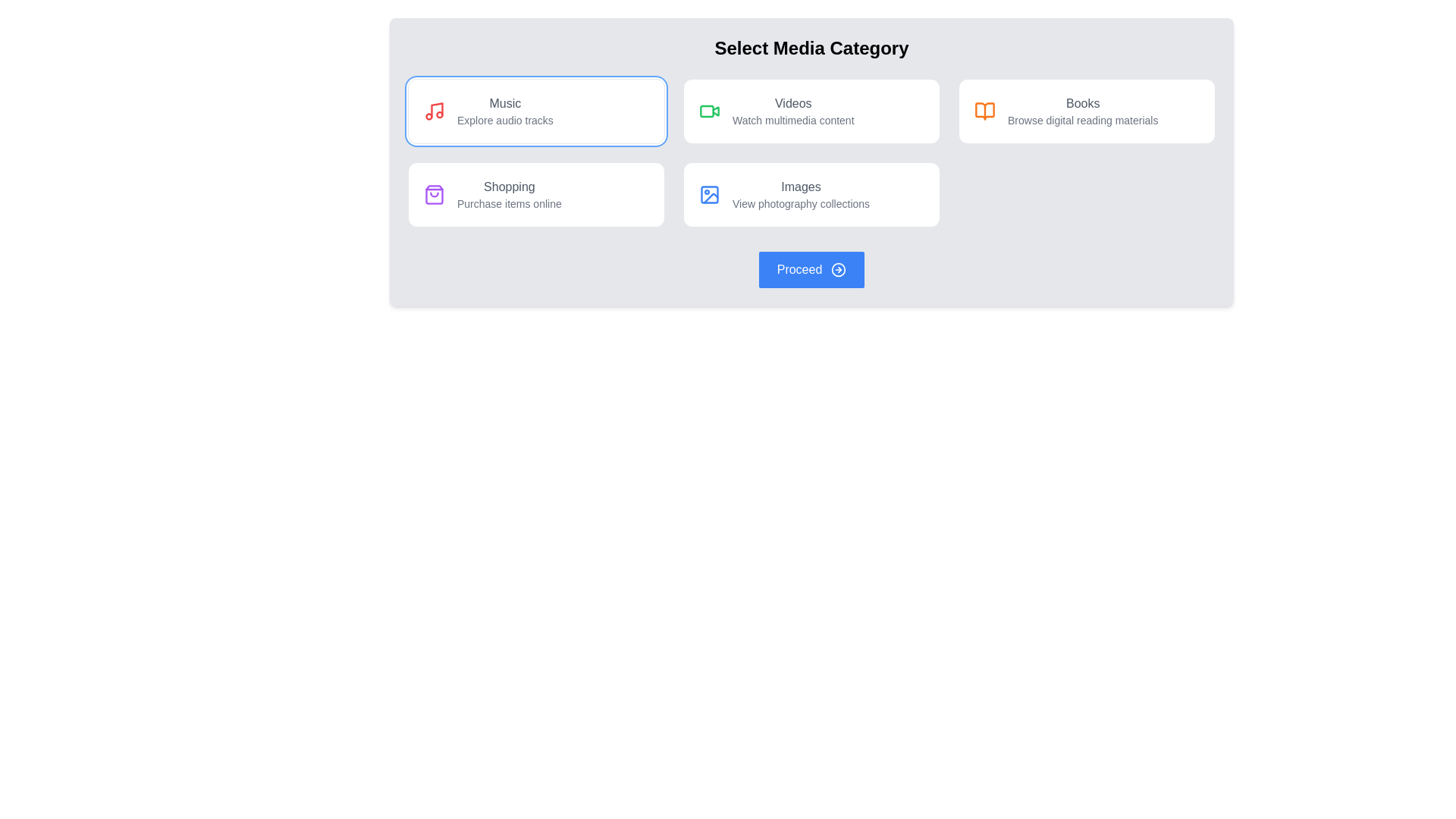 The width and height of the screenshot is (1456, 819). I want to click on the button representing the 'Shopping' category, located in the second row, first column of the options grid, underneath the 'Music' card and to the left of the 'Images' card, so click(536, 194).